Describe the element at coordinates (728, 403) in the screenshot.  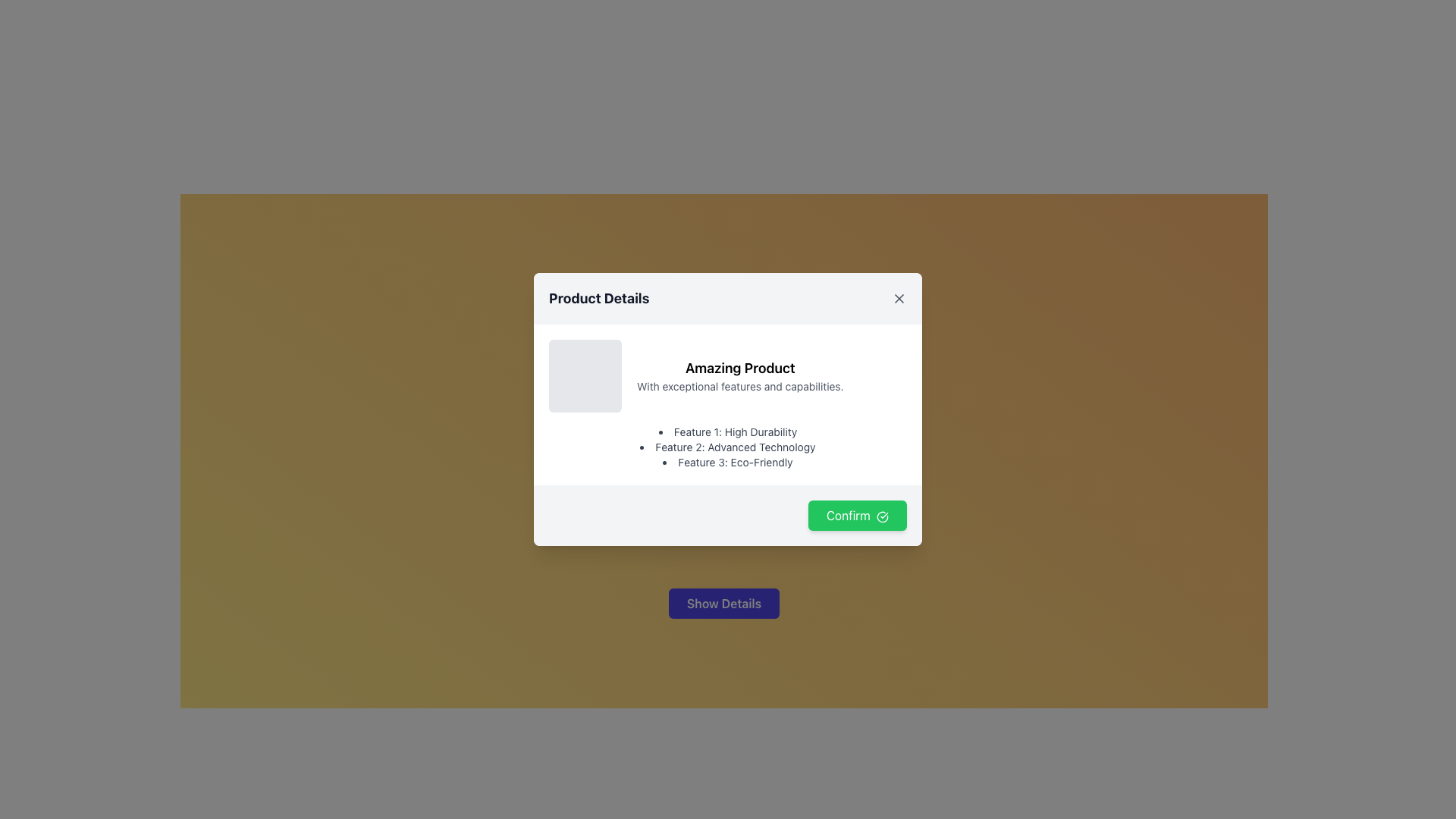
I see `the Informational Section within the 'Product Details' modal, which displays product details, including its name, description, and features` at that location.